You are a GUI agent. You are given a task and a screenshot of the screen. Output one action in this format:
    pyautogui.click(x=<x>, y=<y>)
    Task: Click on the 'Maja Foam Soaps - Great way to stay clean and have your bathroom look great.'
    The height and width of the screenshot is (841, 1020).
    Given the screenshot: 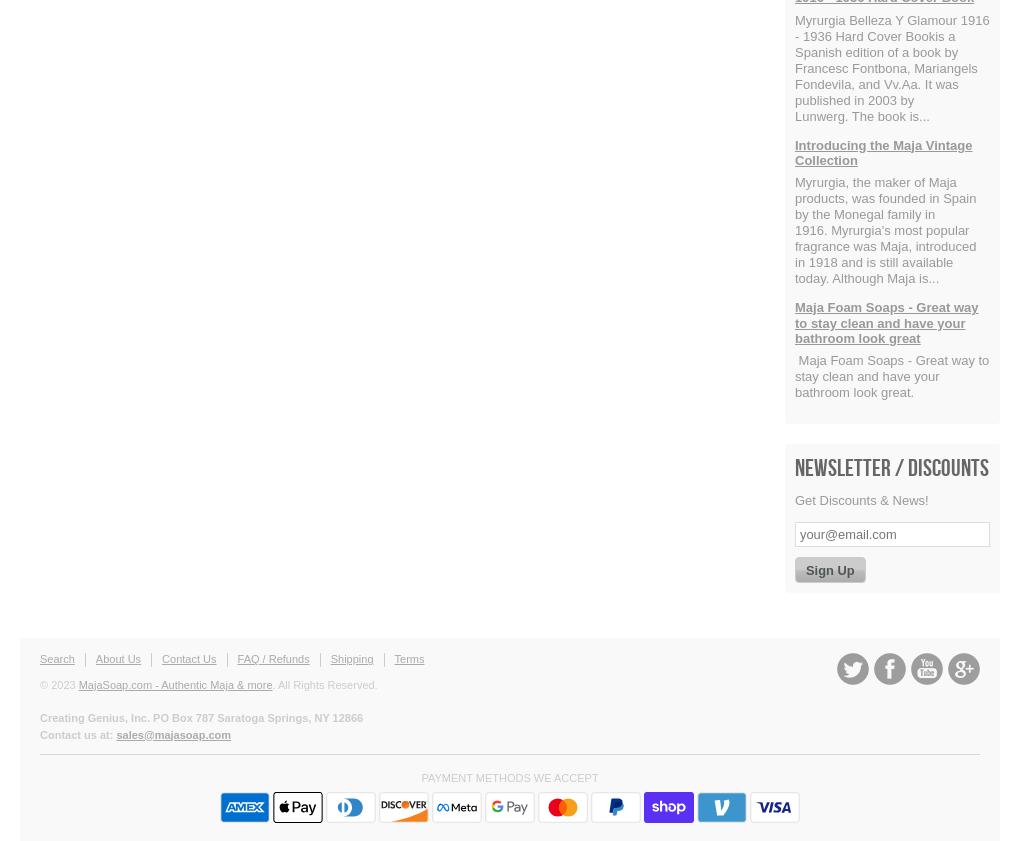 What is the action you would take?
    pyautogui.click(x=890, y=375)
    